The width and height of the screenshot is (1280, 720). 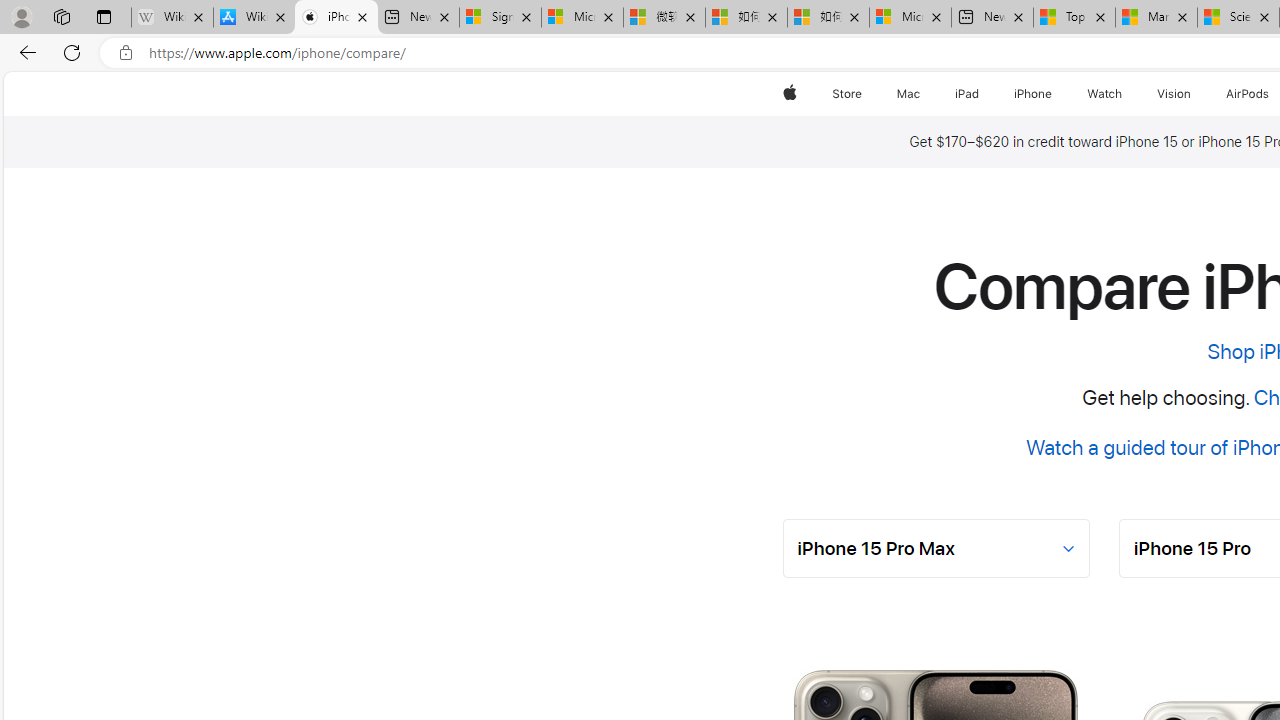 What do you see at coordinates (907, 93) in the screenshot?
I see `'Mac'` at bounding box center [907, 93].